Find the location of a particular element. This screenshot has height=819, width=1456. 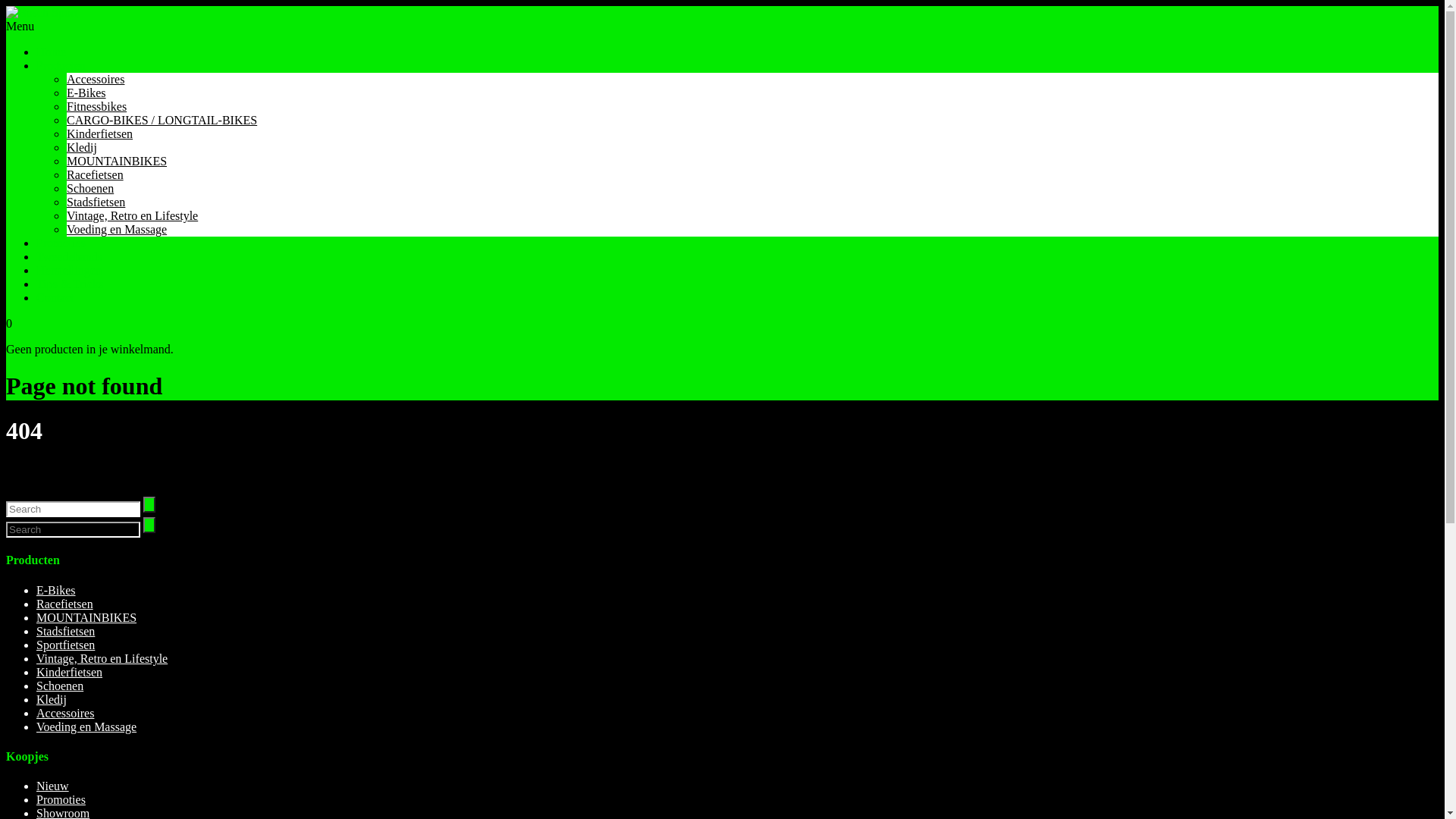

'MOUNTAINBIKES' is located at coordinates (115, 161).